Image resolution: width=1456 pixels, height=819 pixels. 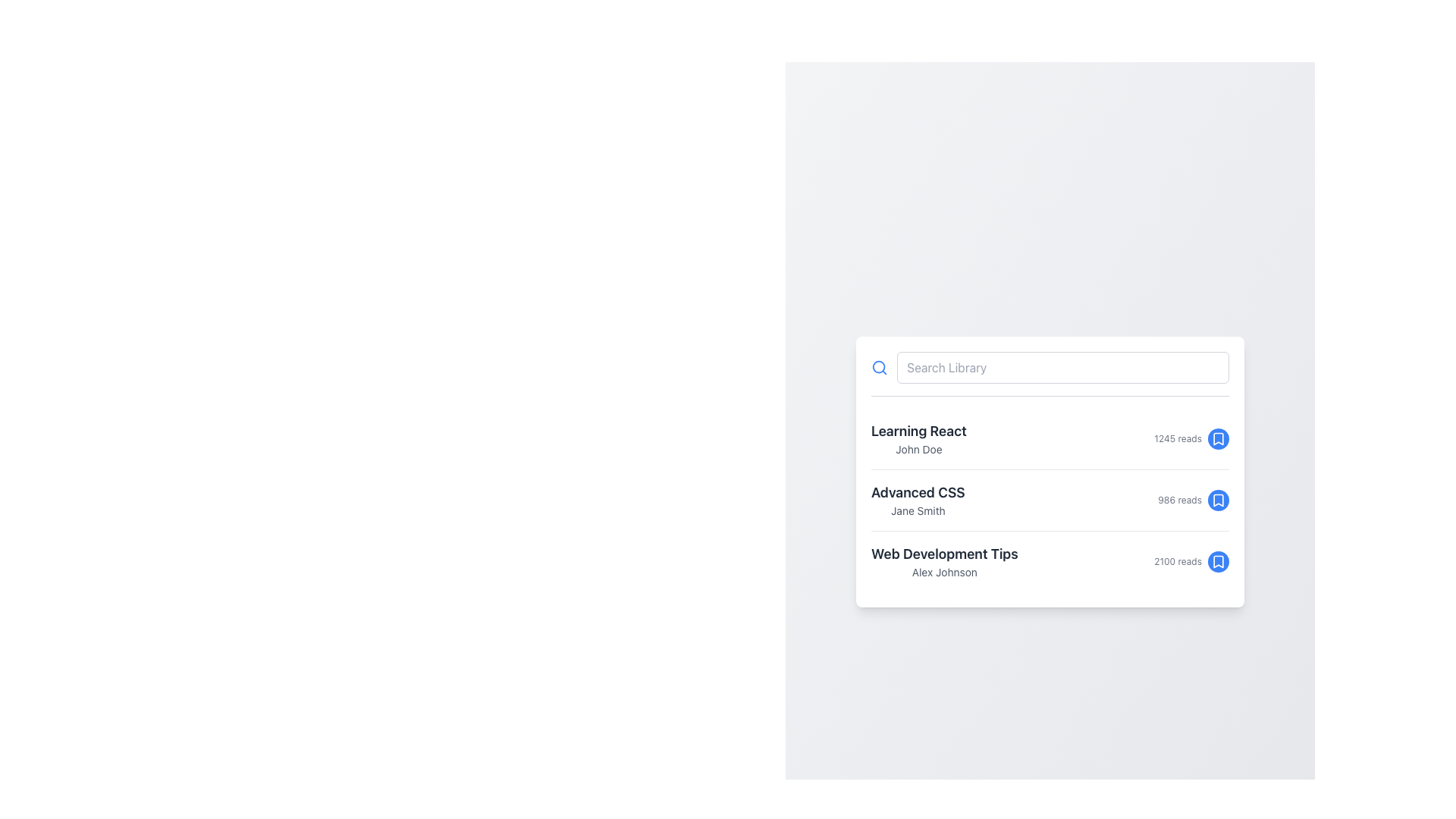 What do you see at coordinates (1219, 561) in the screenshot?
I see `the circular blue button with a white bookmark icon located at the bottom-right of the 'Web Development Tips' section to bookmark the item` at bounding box center [1219, 561].